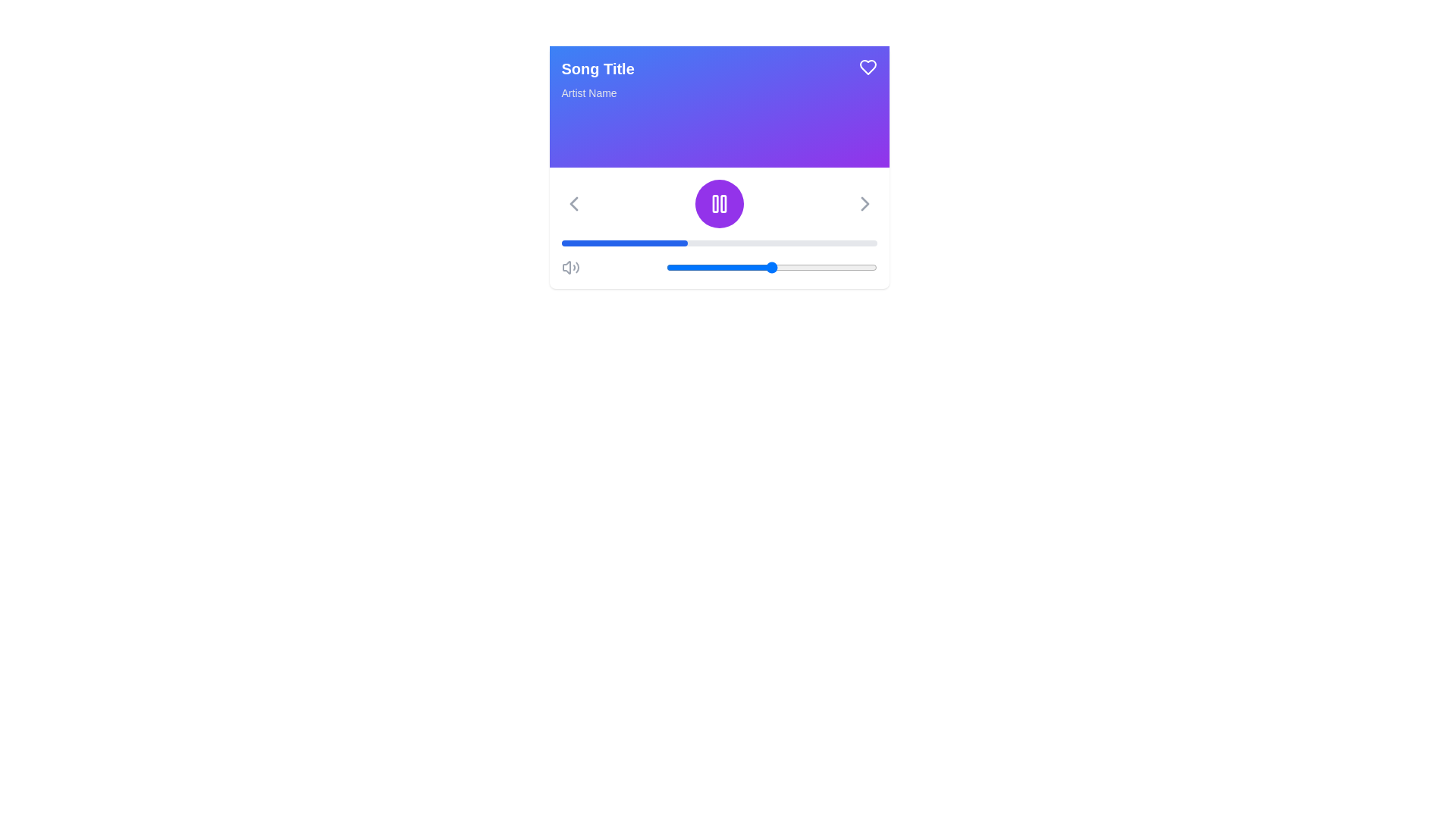 The image size is (1456, 819). I want to click on the horizontal progress bar located within the music control panel, directly below the central circular control button, which has a gray background and a filled blue section representing the progress, so click(718, 242).